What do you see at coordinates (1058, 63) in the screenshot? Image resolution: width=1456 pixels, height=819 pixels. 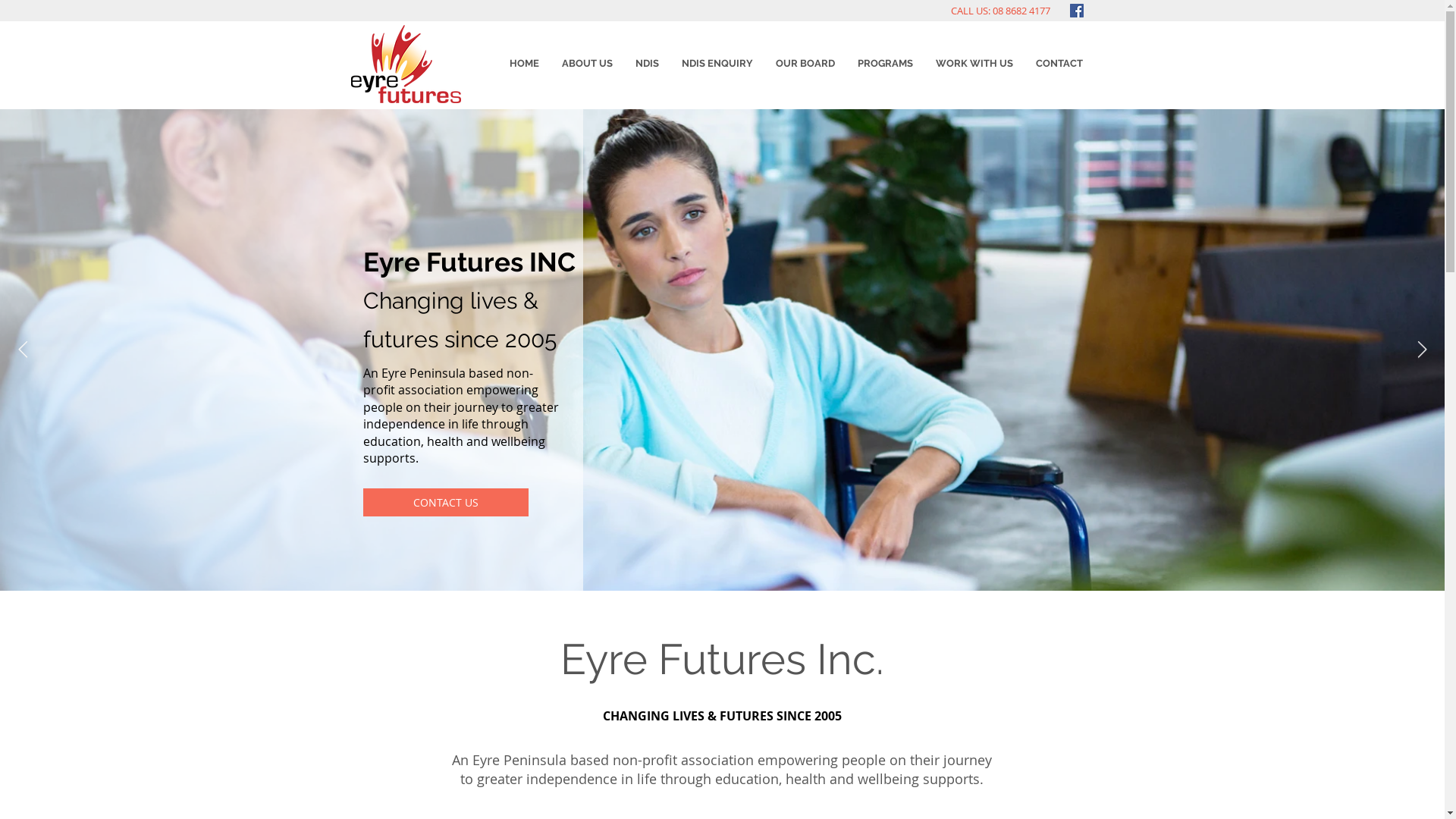 I see `'CONTACT'` at bounding box center [1058, 63].